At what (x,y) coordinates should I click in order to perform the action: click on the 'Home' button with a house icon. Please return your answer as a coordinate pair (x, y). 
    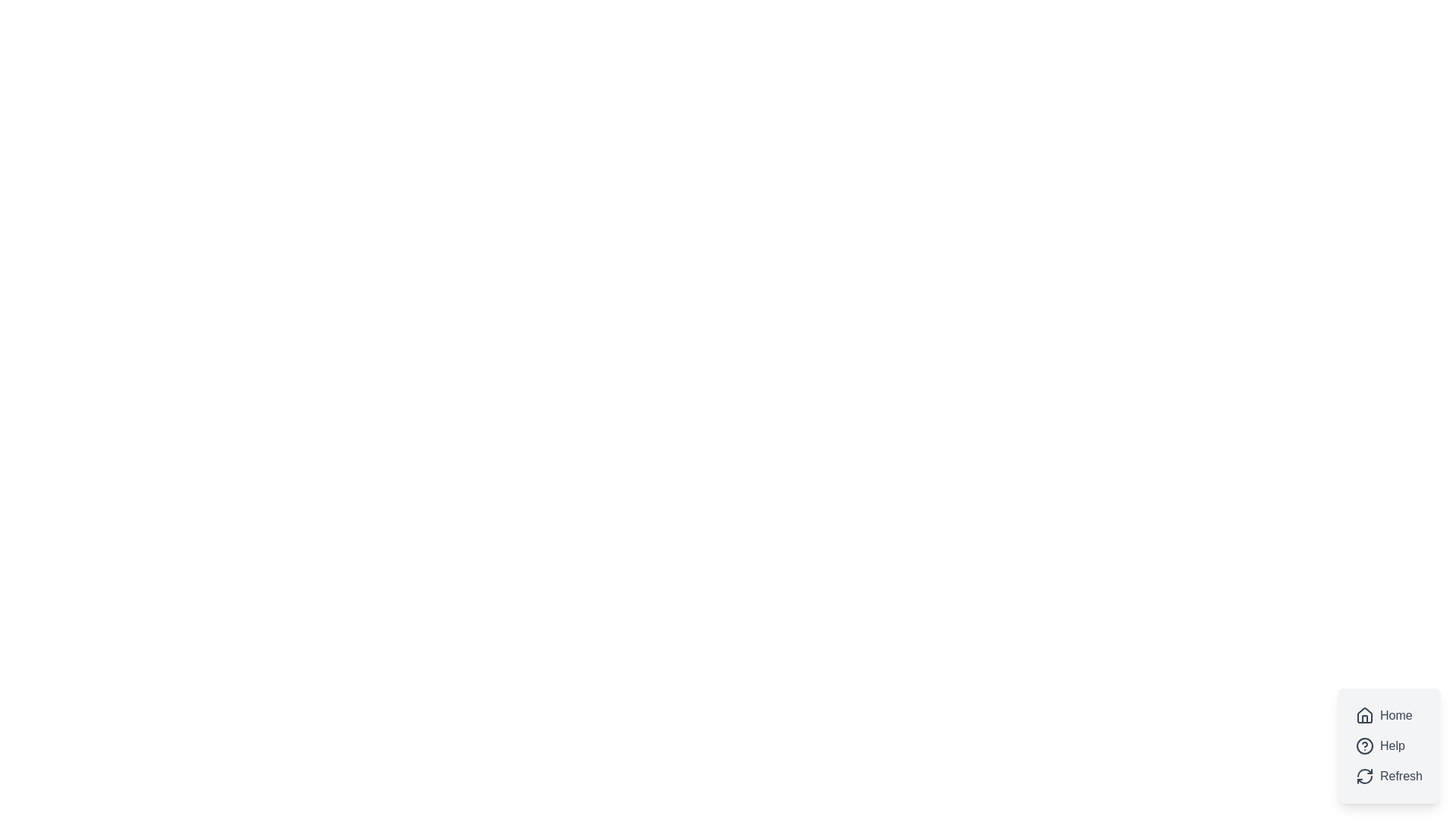
    Looking at the image, I should click on (1384, 716).